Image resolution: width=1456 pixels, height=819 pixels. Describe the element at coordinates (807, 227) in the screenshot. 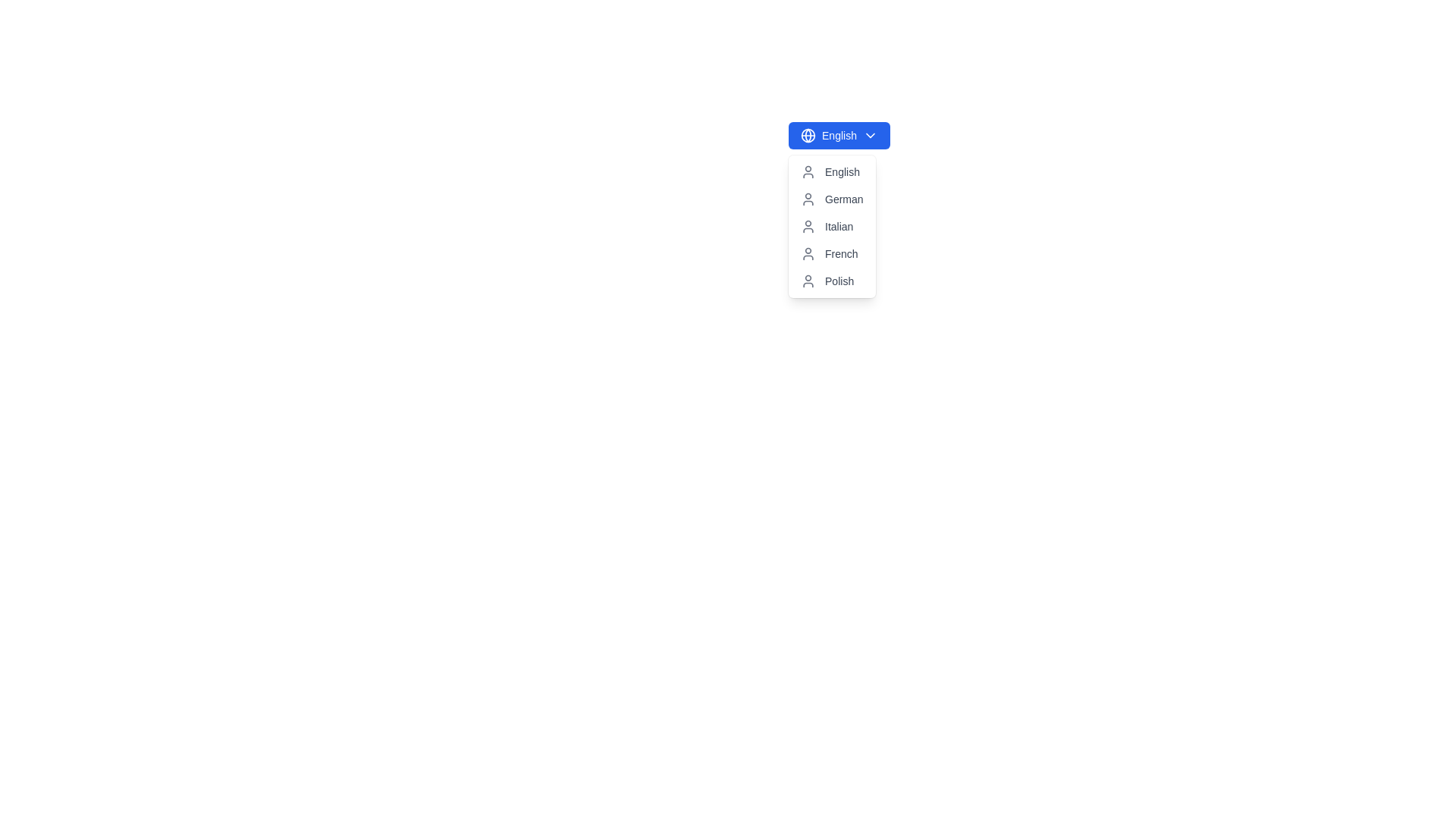

I see `the user profile icon, which is an outlined figure of a person in gray, located to the left of the 'Italian' text in the dropdown menu` at that location.